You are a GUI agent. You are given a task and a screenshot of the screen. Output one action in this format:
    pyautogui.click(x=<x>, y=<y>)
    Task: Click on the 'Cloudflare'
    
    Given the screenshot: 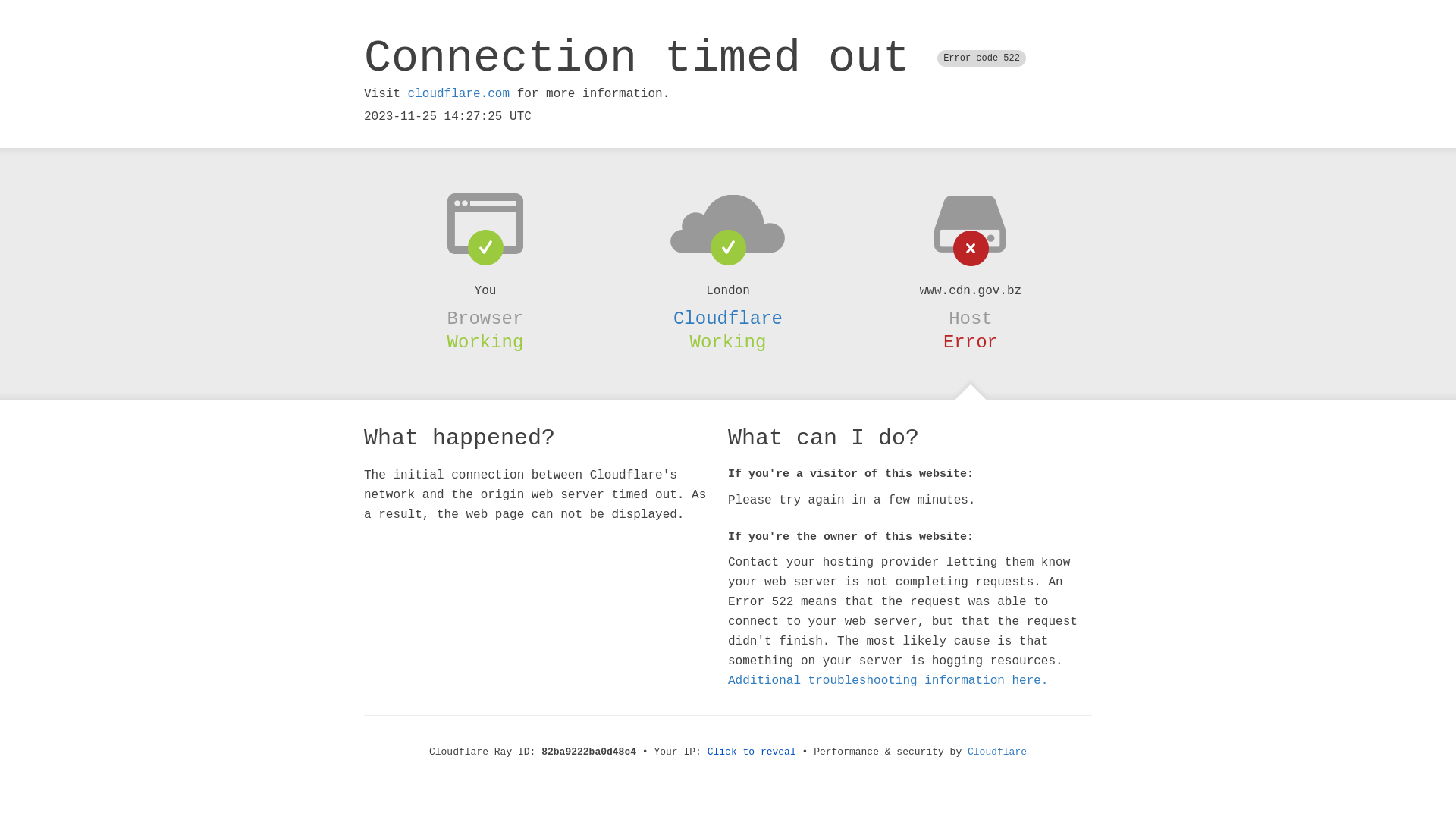 What is the action you would take?
    pyautogui.click(x=728, y=318)
    